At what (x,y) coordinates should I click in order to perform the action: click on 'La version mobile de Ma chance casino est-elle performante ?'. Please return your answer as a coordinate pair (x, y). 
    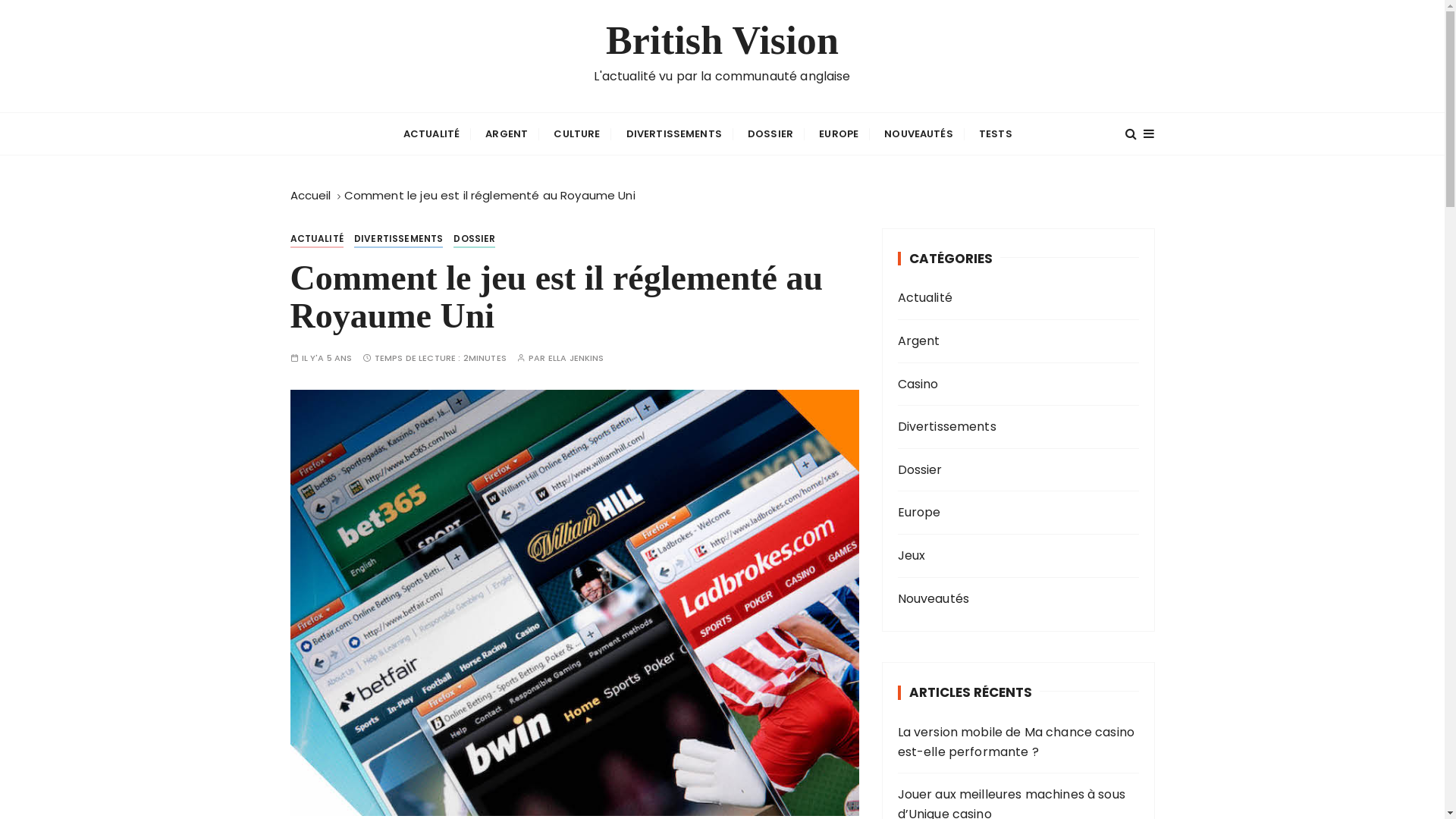
    Looking at the image, I should click on (1018, 741).